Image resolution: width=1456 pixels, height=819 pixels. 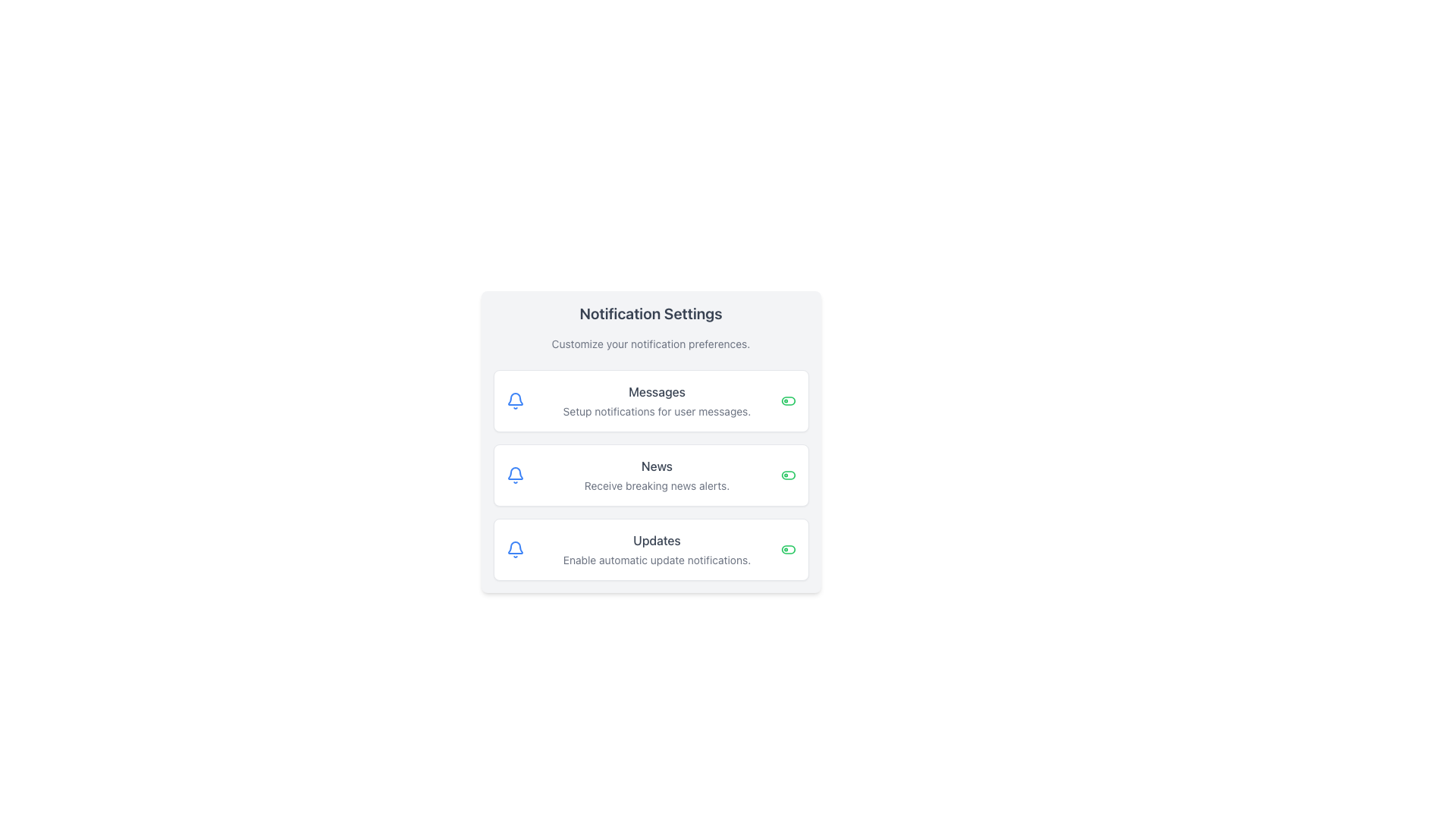 I want to click on descriptive text located in the lower portion of the 'Updates' section, beneath the heading 'Updates', so click(x=657, y=560).